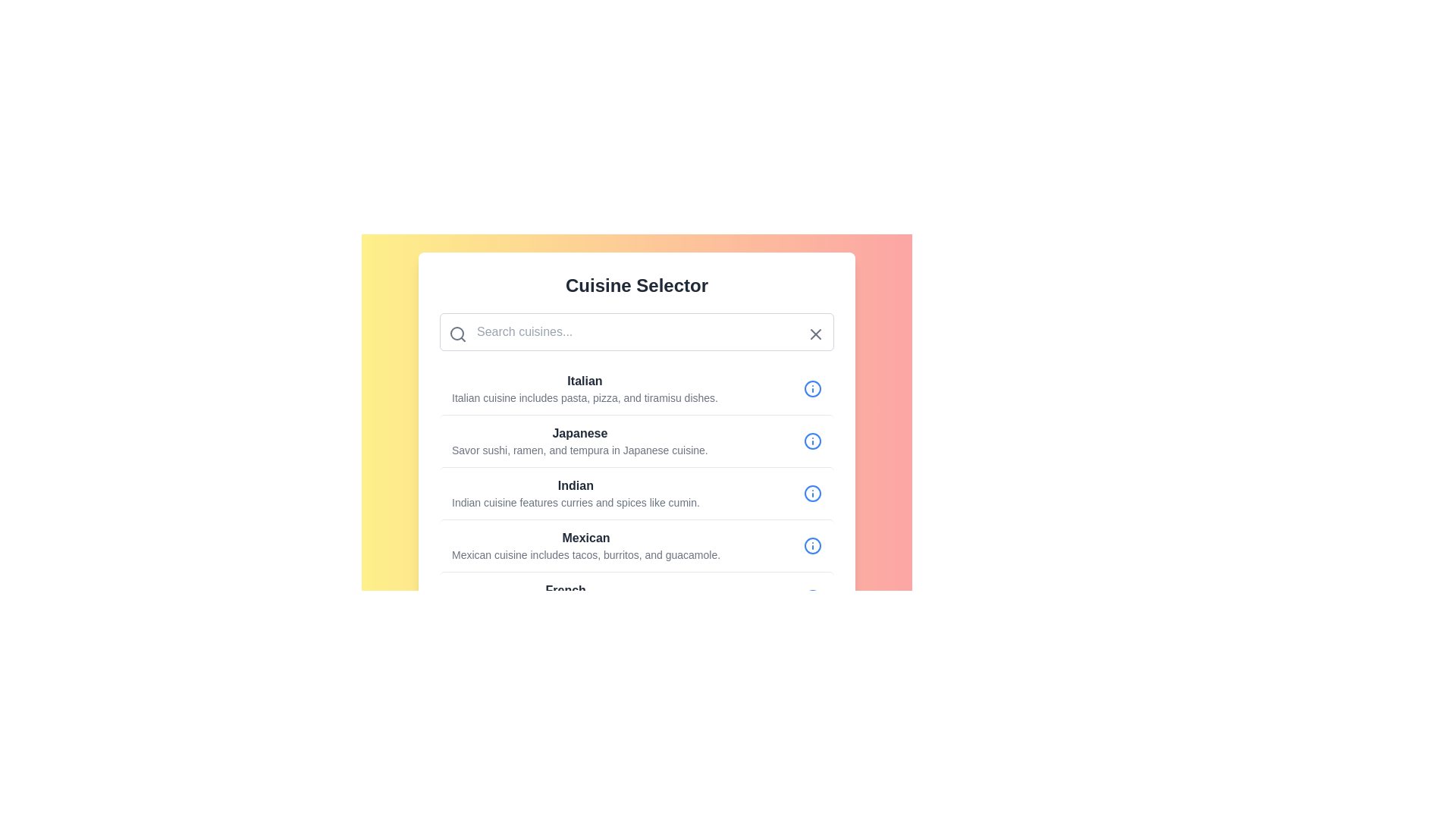 This screenshot has height=819, width=1456. Describe the element at coordinates (811, 546) in the screenshot. I see `the information icon located to the right of the text 'Mexican'` at that location.